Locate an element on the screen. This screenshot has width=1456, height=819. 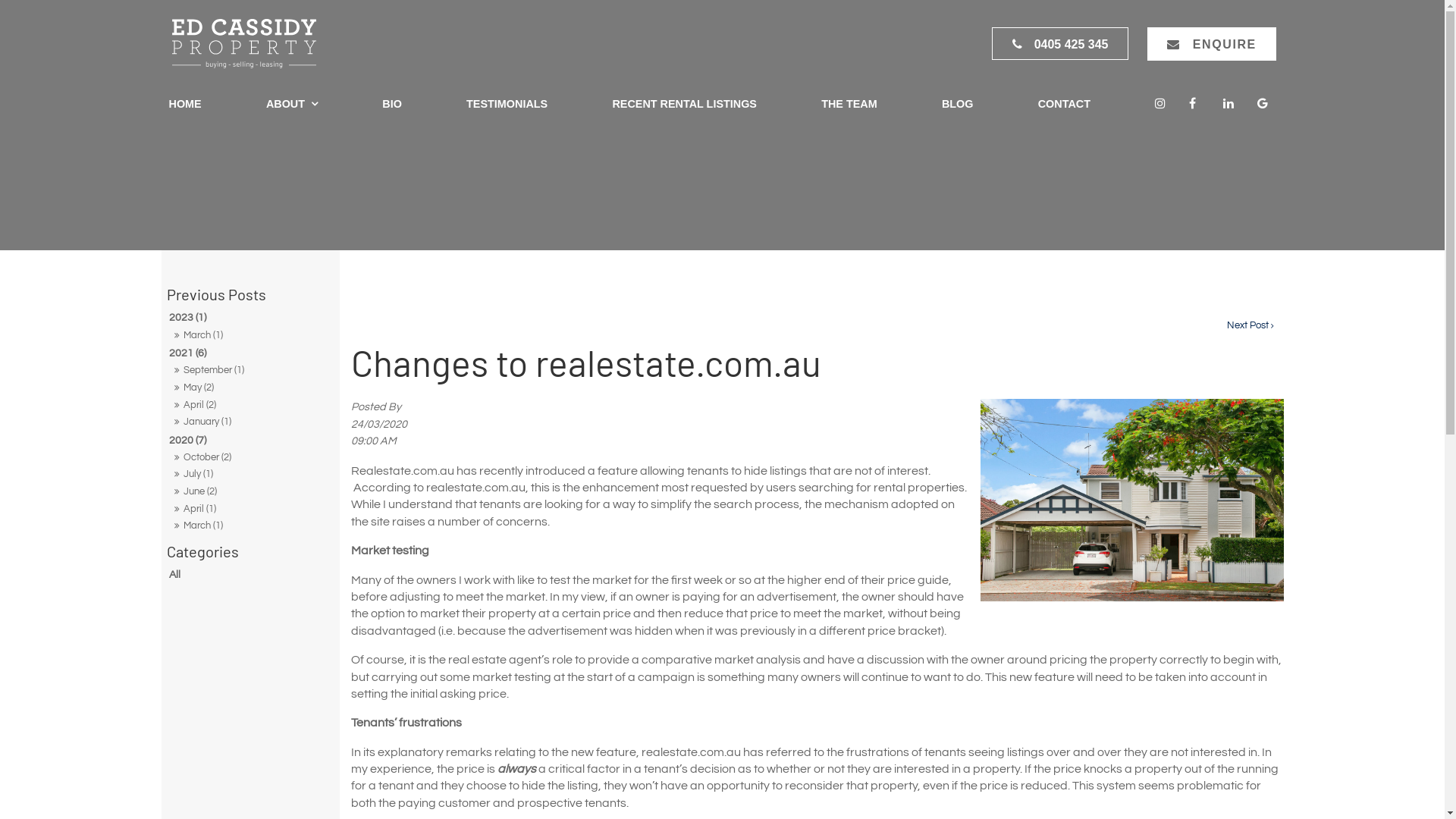
'April (2)' is located at coordinates (250, 405).